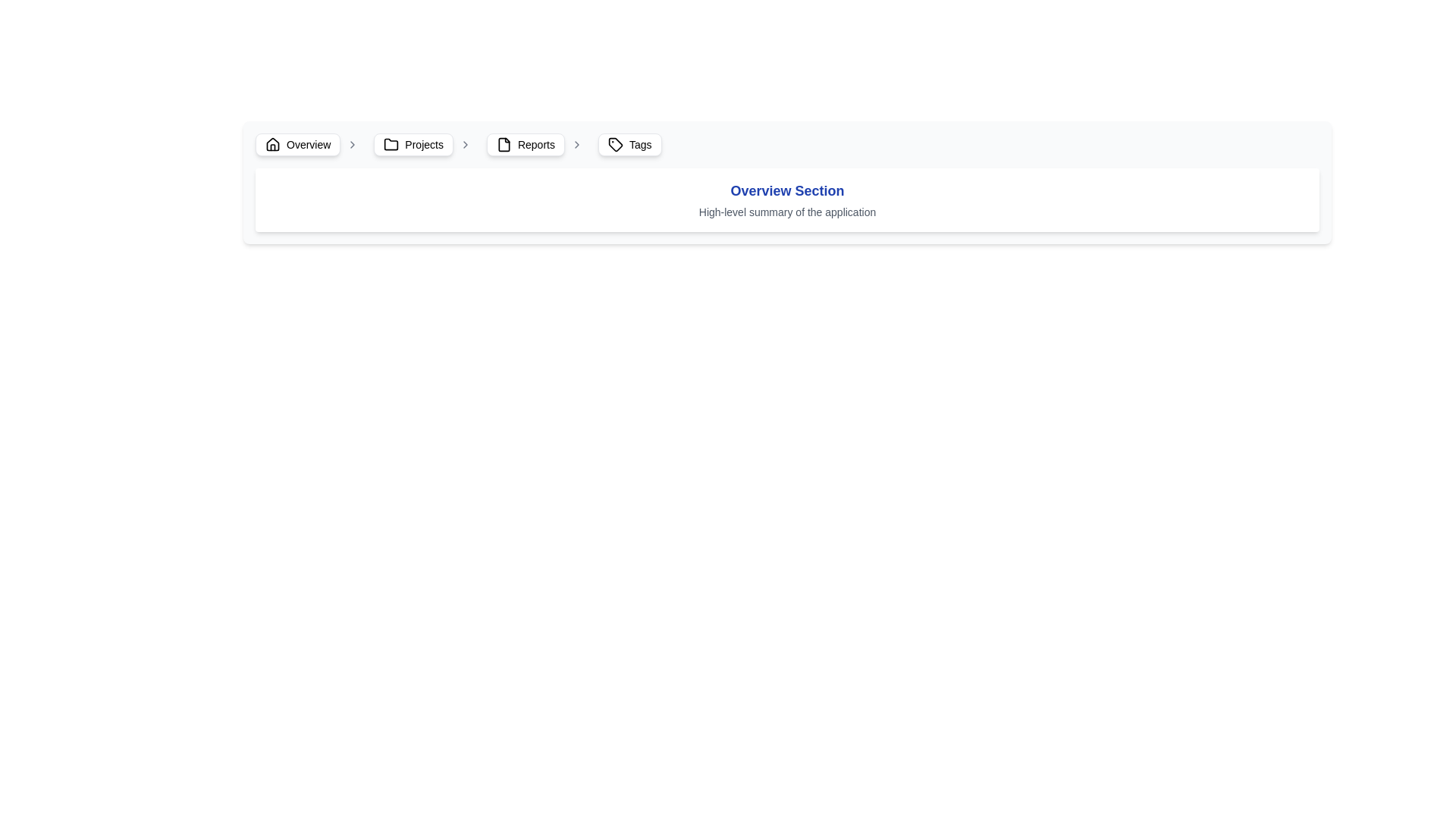  What do you see at coordinates (576, 145) in the screenshot?
I see `the forward chevron icon located to the right of the 'Reports' text label in the breadcrumb navigation` at bounding box center [576, 145].